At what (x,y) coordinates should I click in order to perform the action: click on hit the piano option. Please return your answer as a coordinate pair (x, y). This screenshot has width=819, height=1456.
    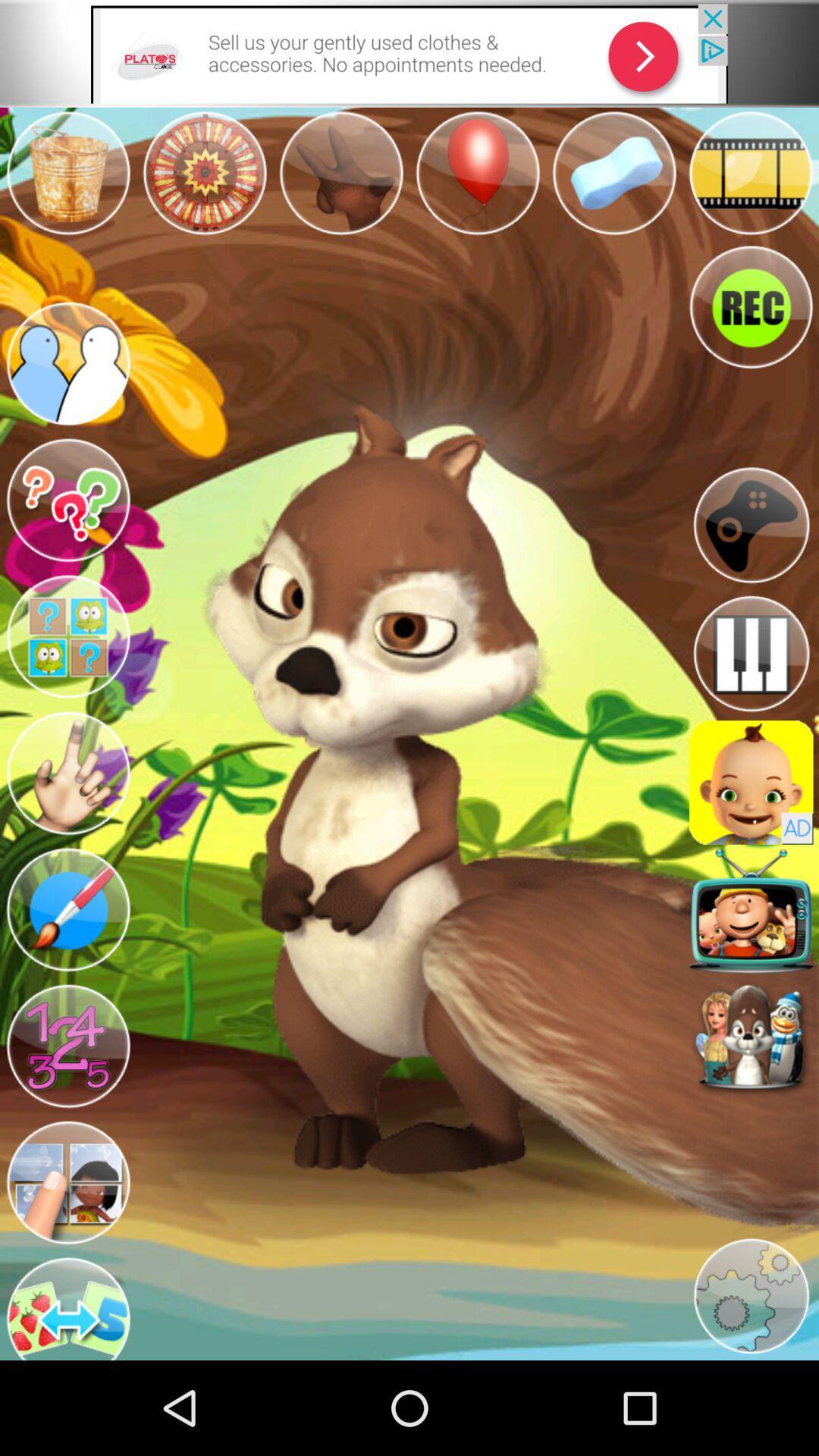
    Looking at the image, I should click on (751, 654).